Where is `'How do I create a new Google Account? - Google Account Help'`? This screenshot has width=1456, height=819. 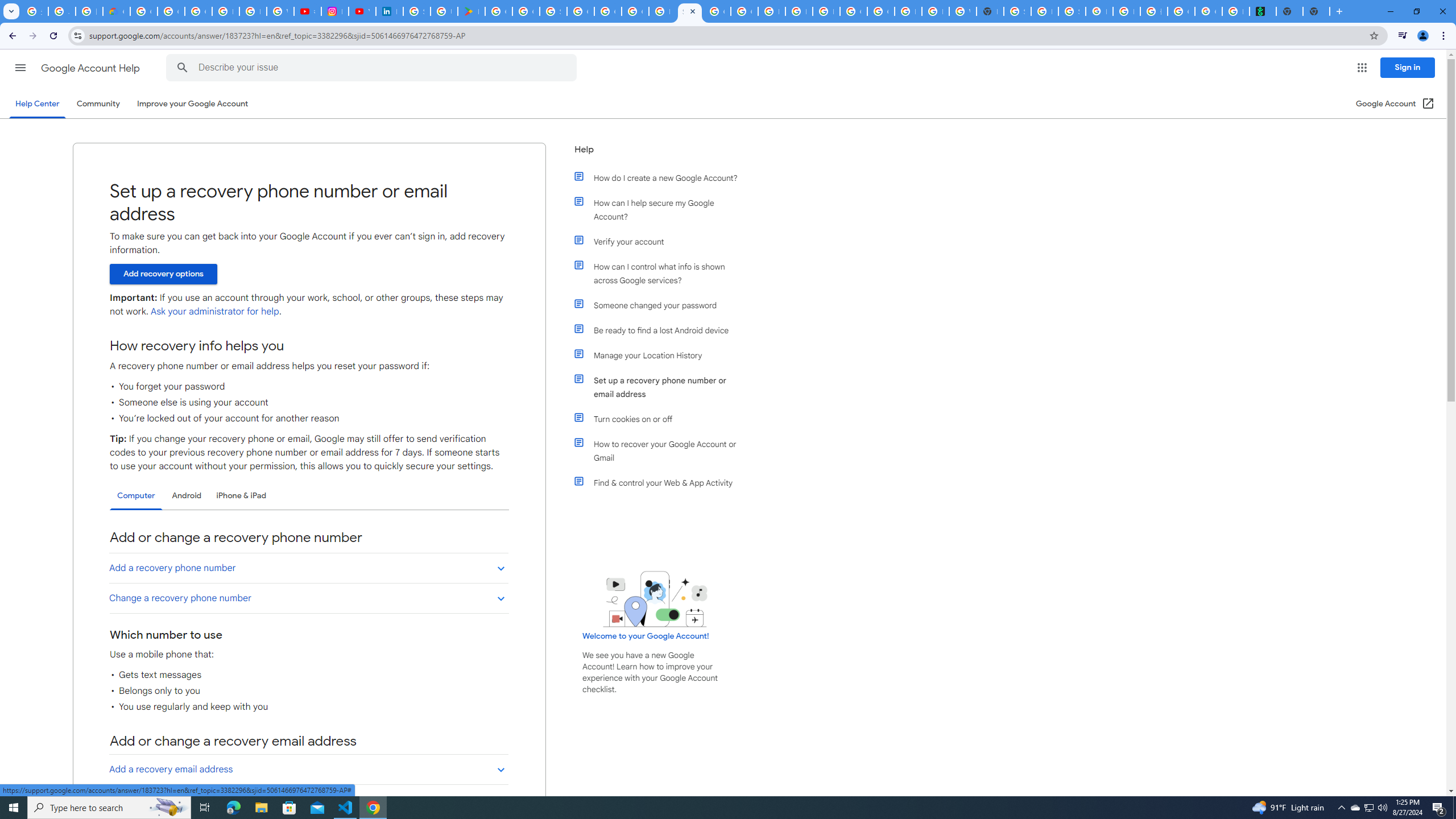
'How do I create a new Google Account? - Google Account Help' is located at coordinates (661, 11).